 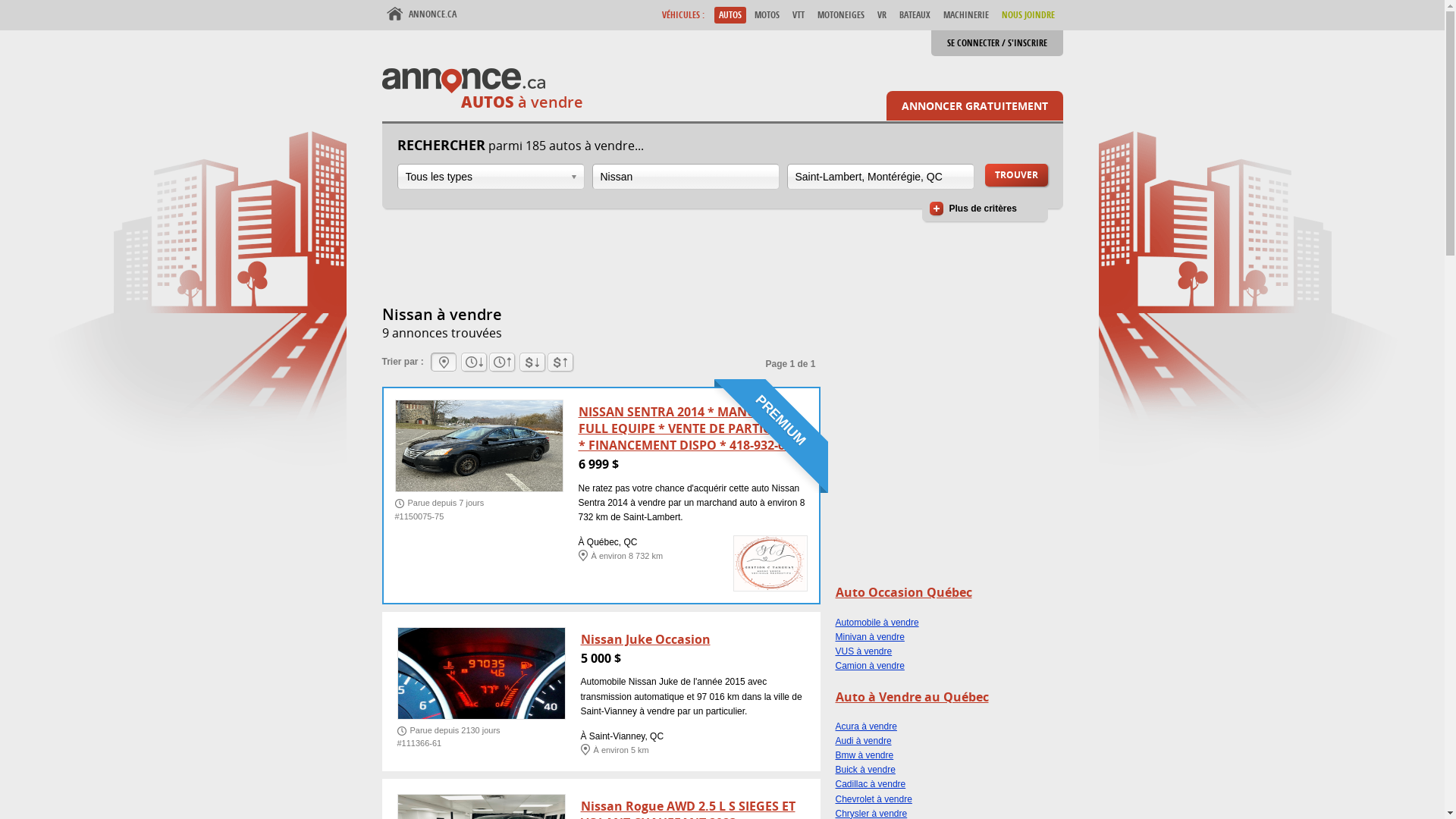 I want to click on 'MOTOS', so click(x=766, y=14).